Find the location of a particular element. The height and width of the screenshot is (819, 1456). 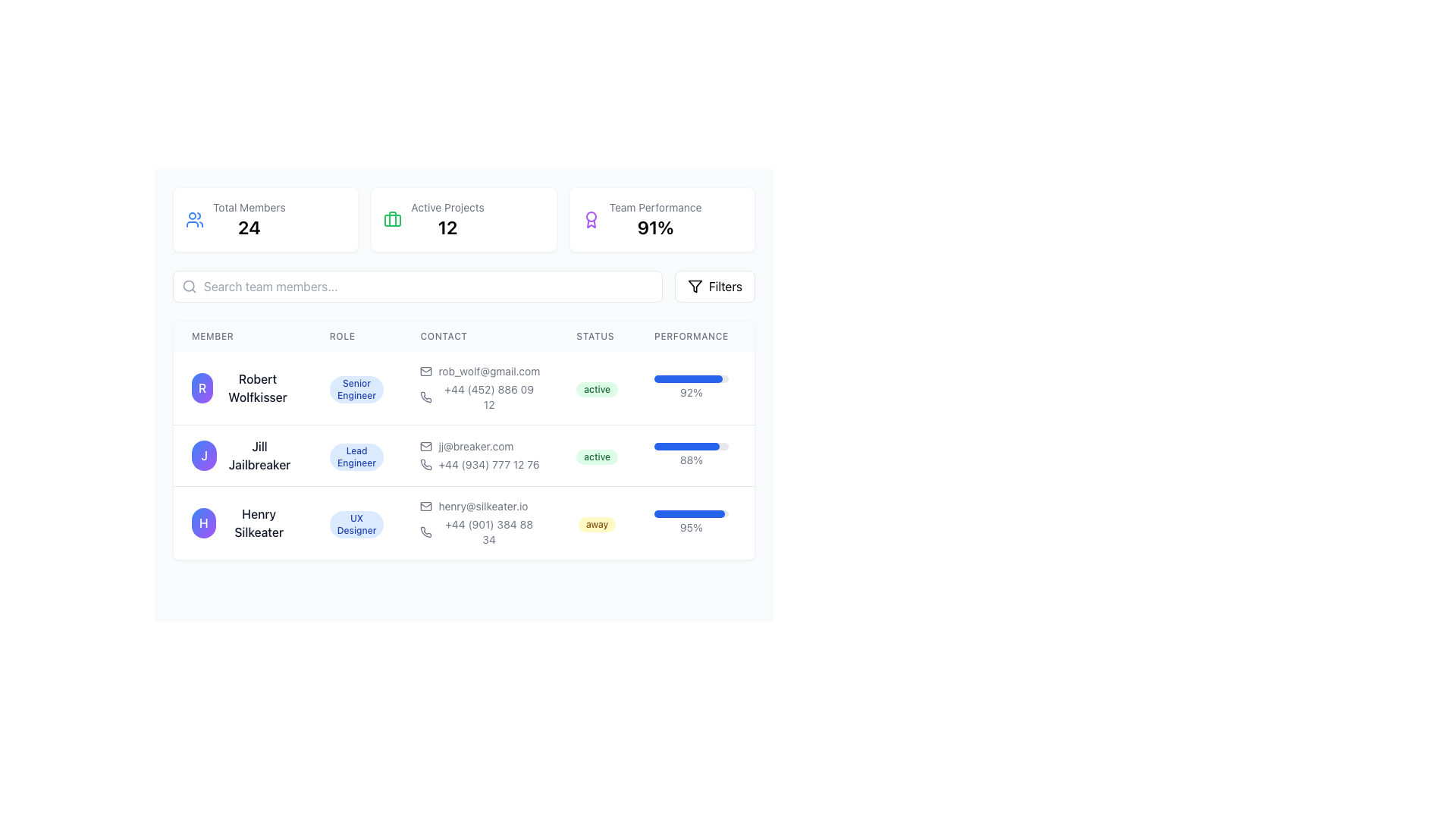

the Text Display element that indicates a percentage-based metric for team performance located in the top-right portion of the interface is located at coordinates (655, 227).